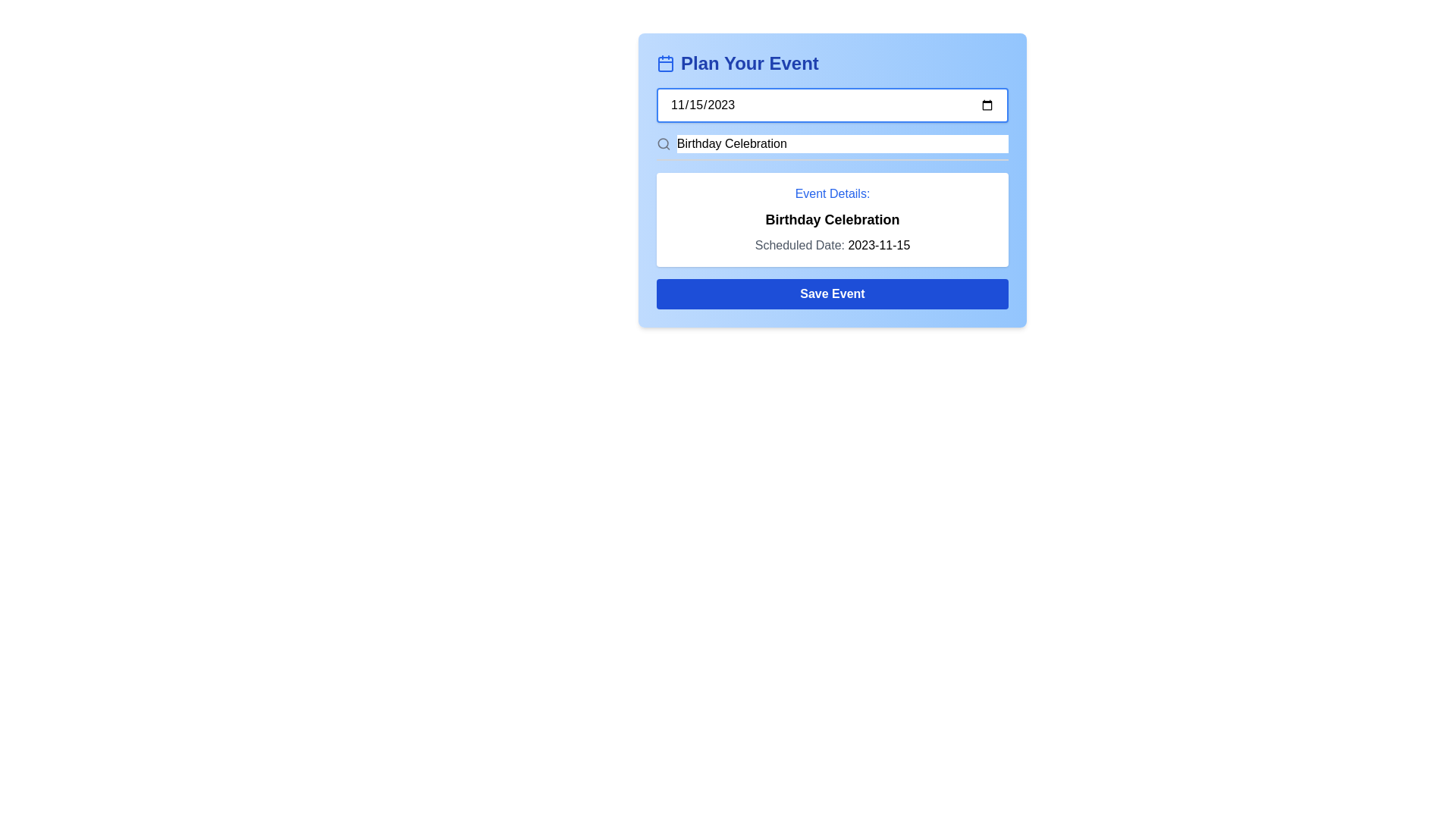 This screenshot has height=819, width=1456. I want to click on the search icon component located to the left of the 'Birthday Celebration' input field, which visually represents search-related features, so click(663, 143).